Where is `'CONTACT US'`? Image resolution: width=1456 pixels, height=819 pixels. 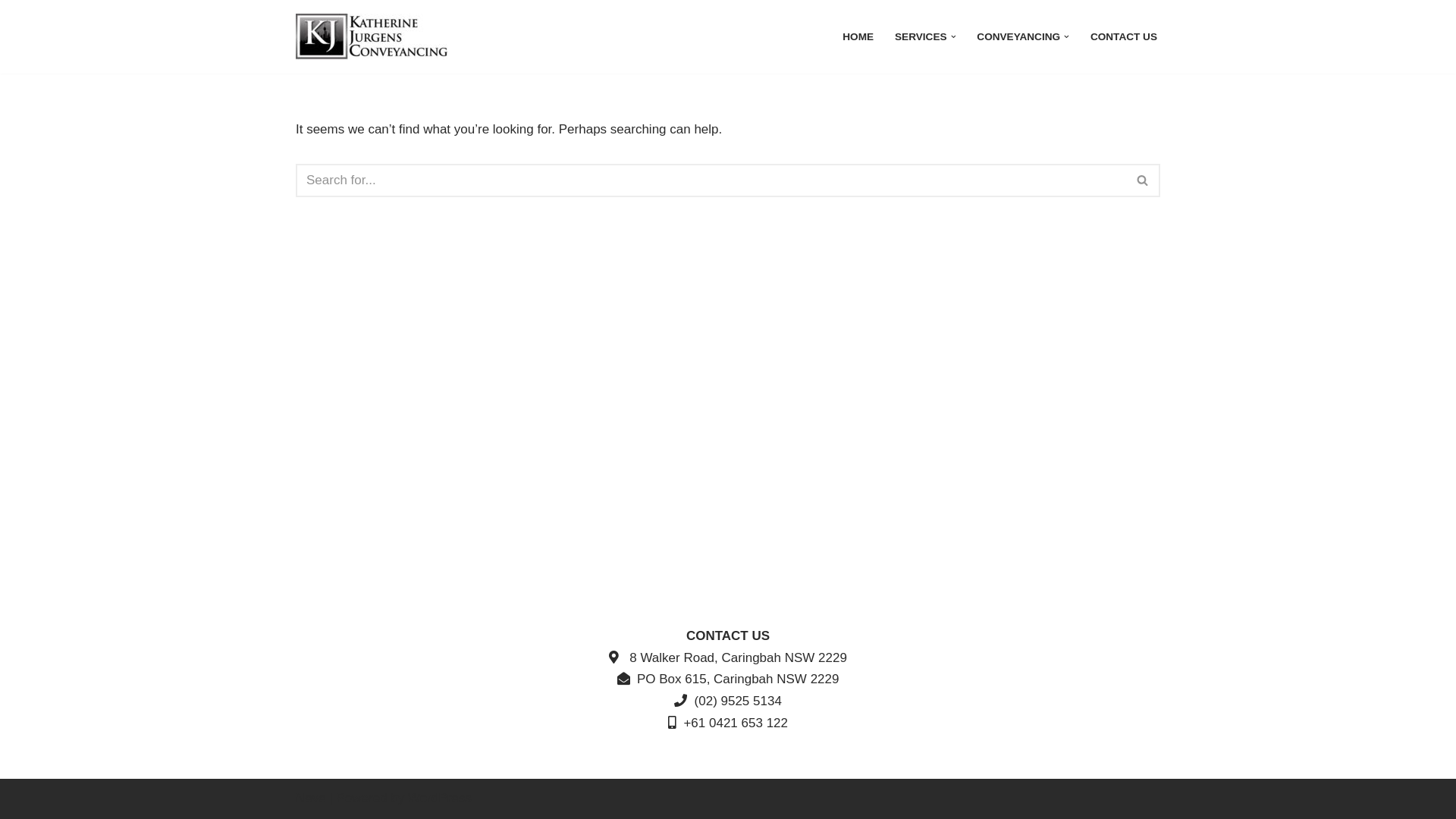
'CONTACT US' is located at coordinates (1124, 36).